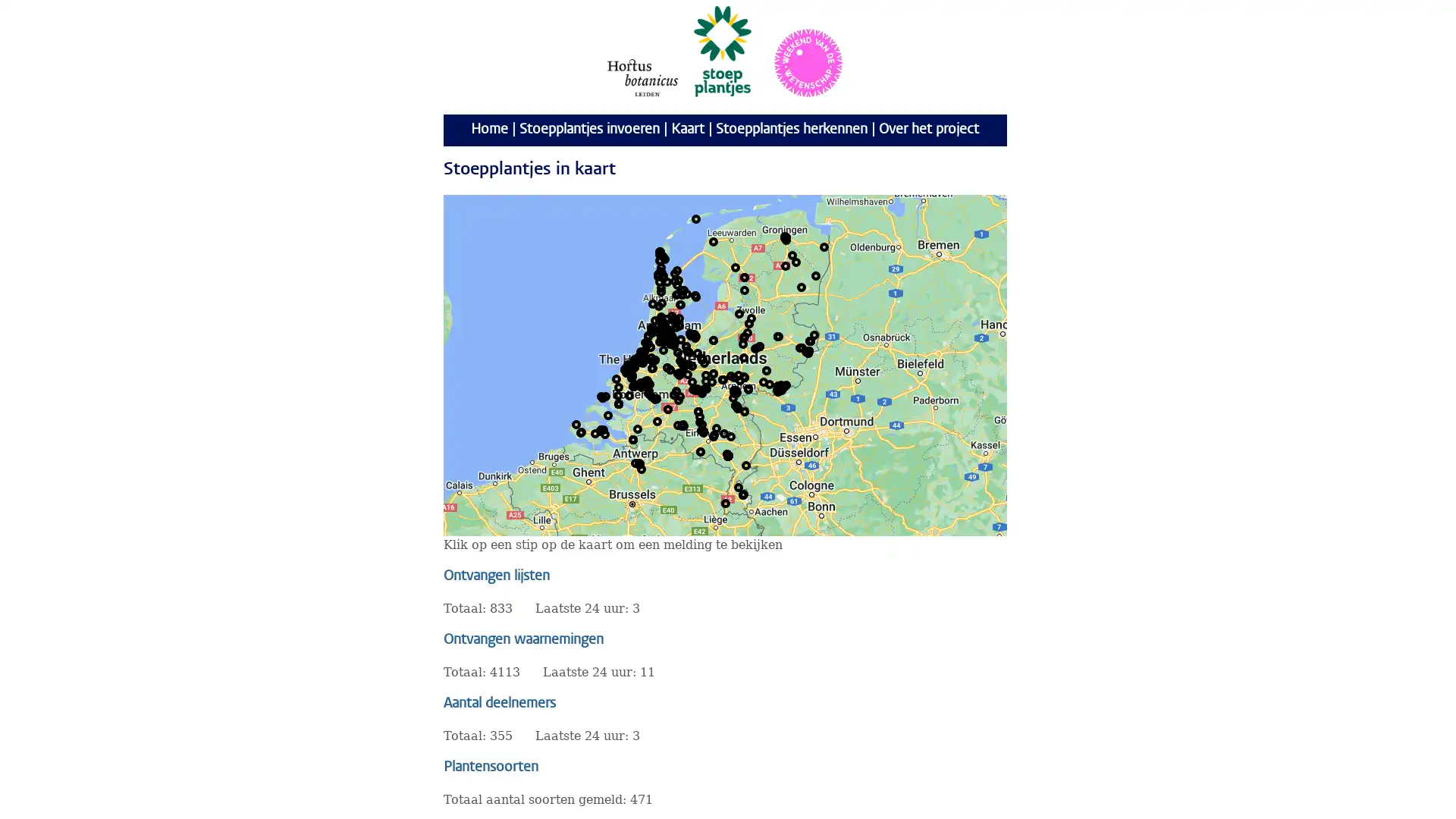 The image size is (1456, 819). I want to click on Telling van Richard op 08 oktober 2021, so click(795, 260).